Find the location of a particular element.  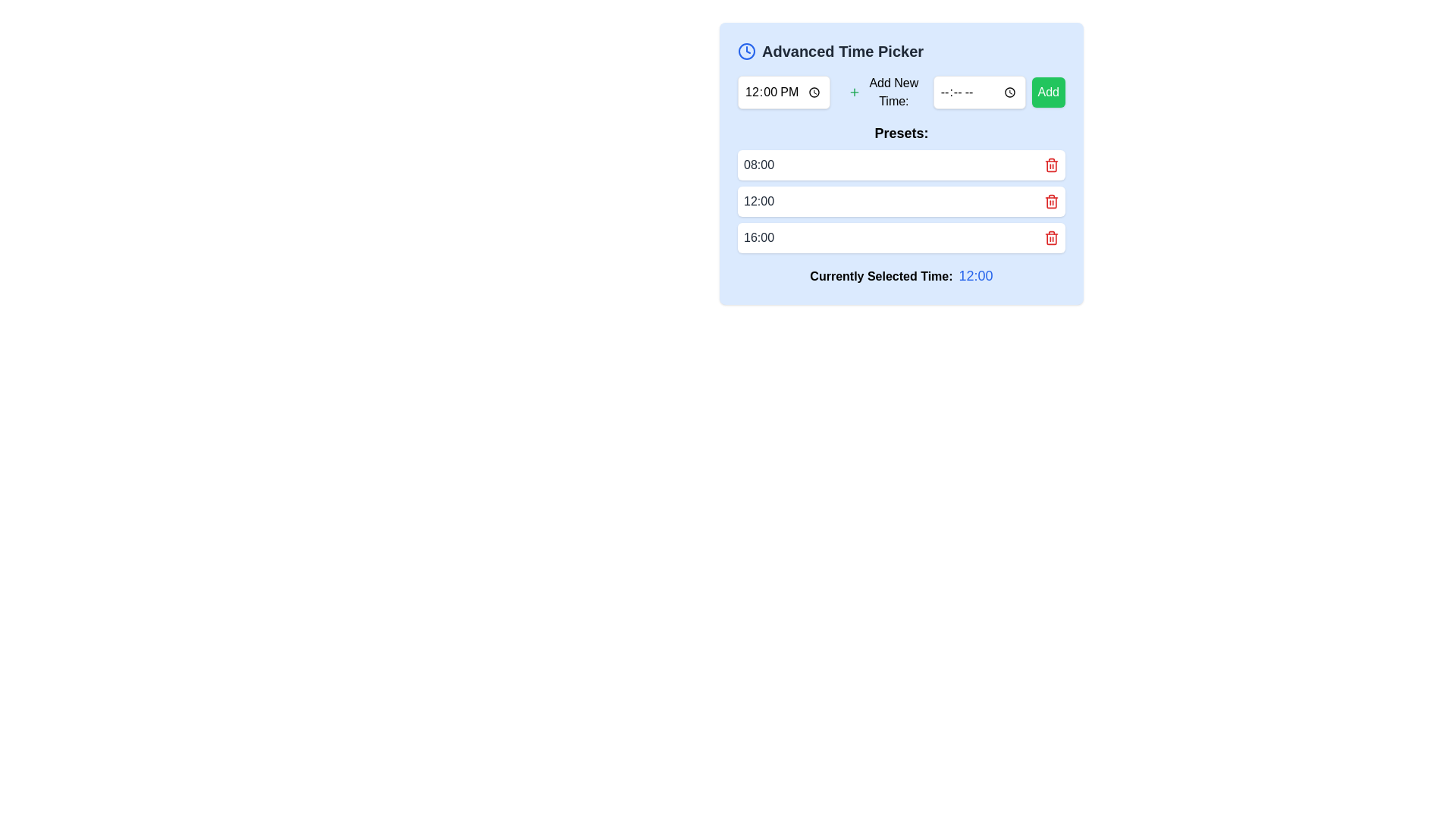

the 'Add' button in the grouped component labeled 'Add New Time: Add' is located at coordinates (955, 93).